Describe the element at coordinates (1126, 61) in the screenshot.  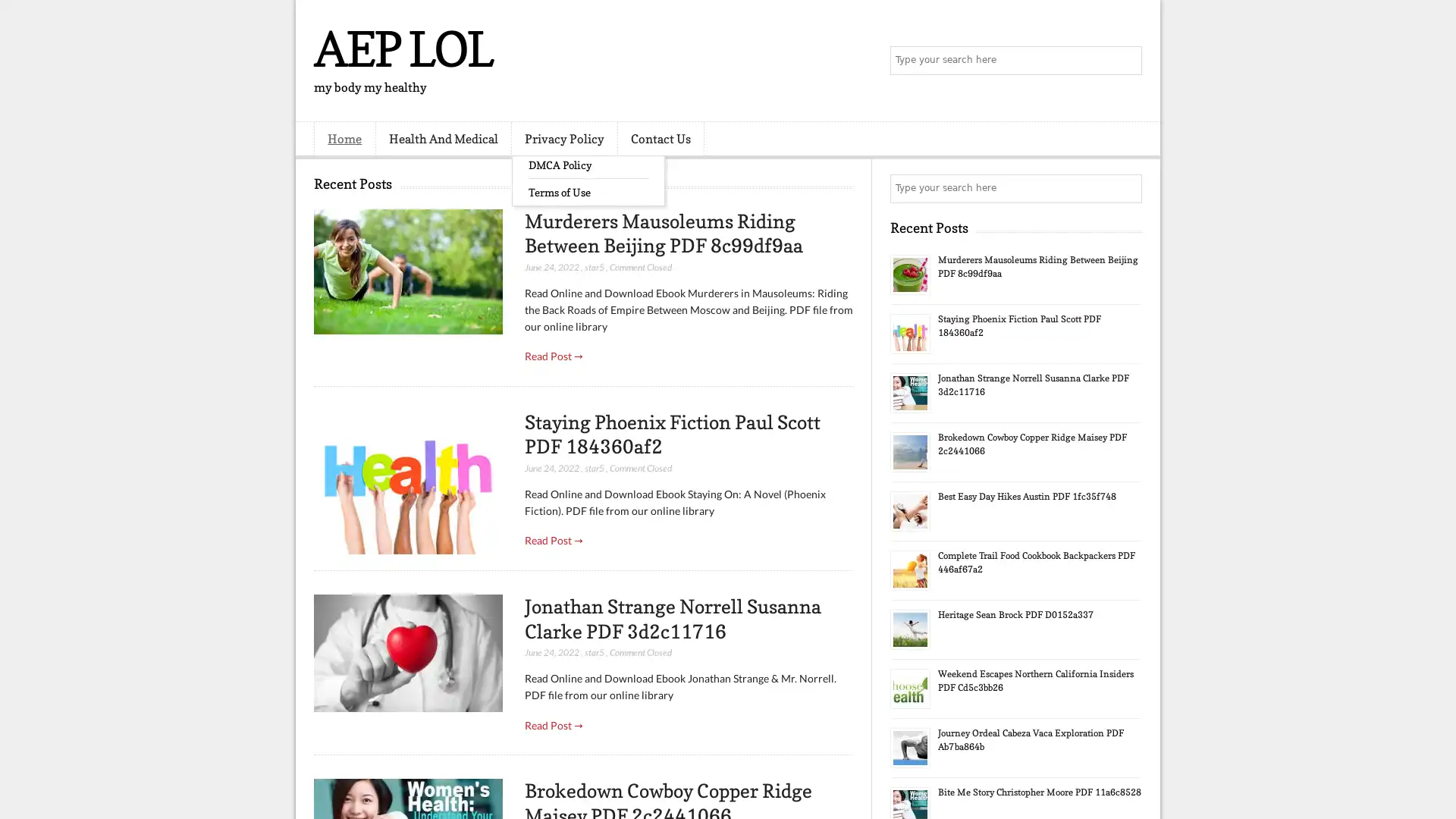
I see `Search` at that location.